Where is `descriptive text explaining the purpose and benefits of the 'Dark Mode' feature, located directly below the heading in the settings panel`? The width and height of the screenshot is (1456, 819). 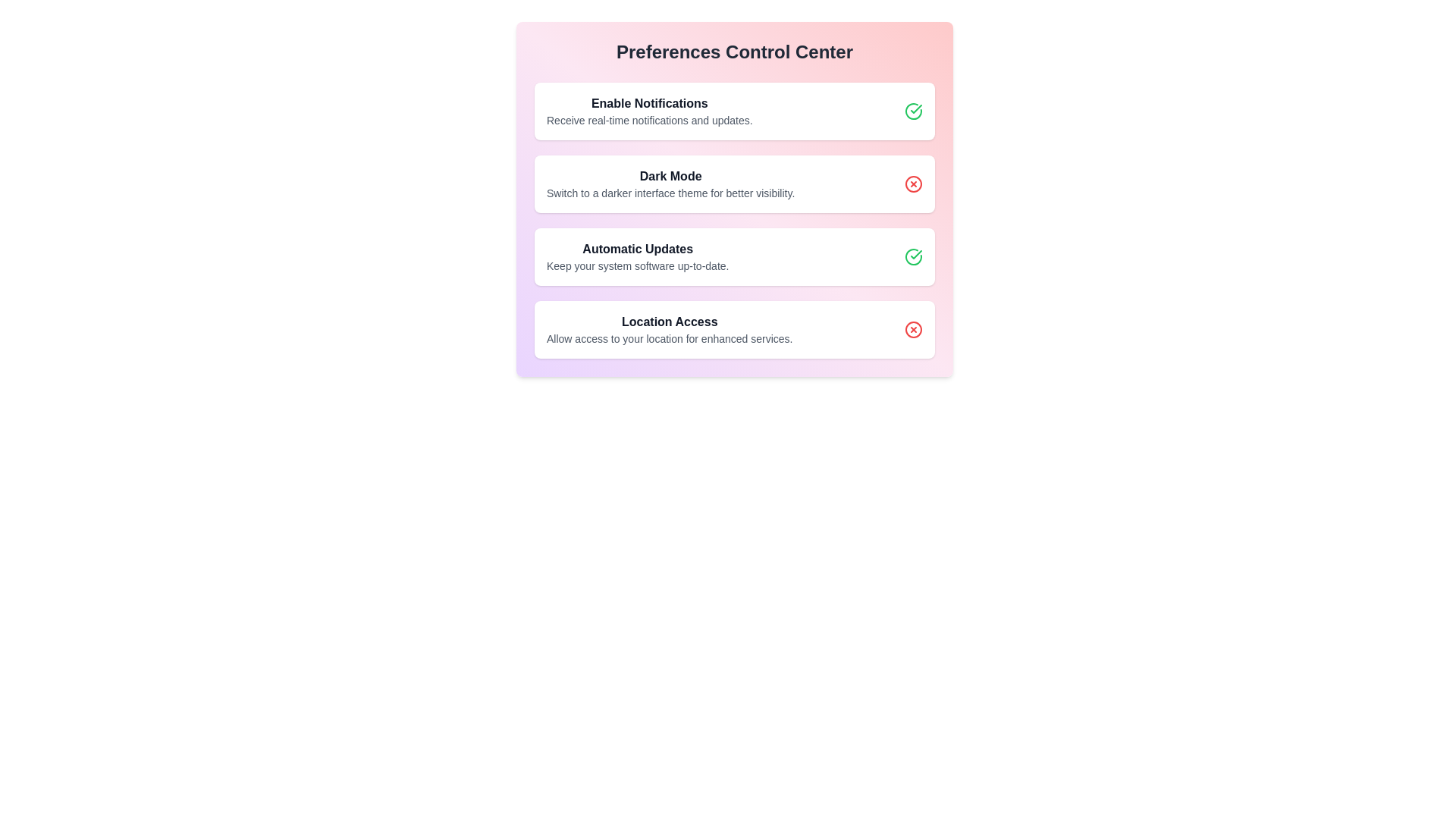
descriptive text explaining the purpose and benefits of the 'Dark Mode' feature, located directly below the heading in the settings panel is located at coordinates (670, 192).